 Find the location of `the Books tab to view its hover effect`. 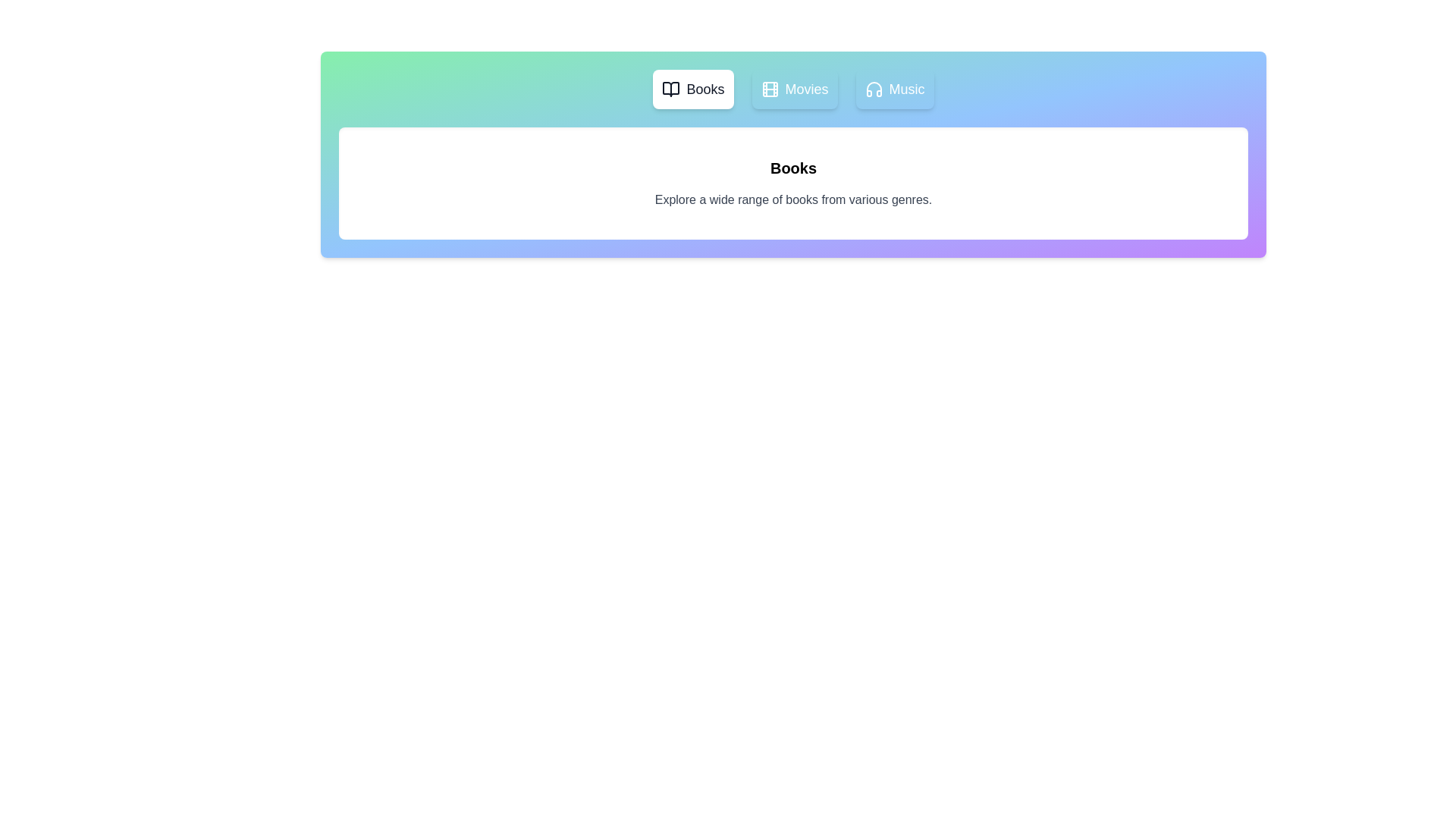

the Books tab to view its hover effect is located at coordinates (692, 89).